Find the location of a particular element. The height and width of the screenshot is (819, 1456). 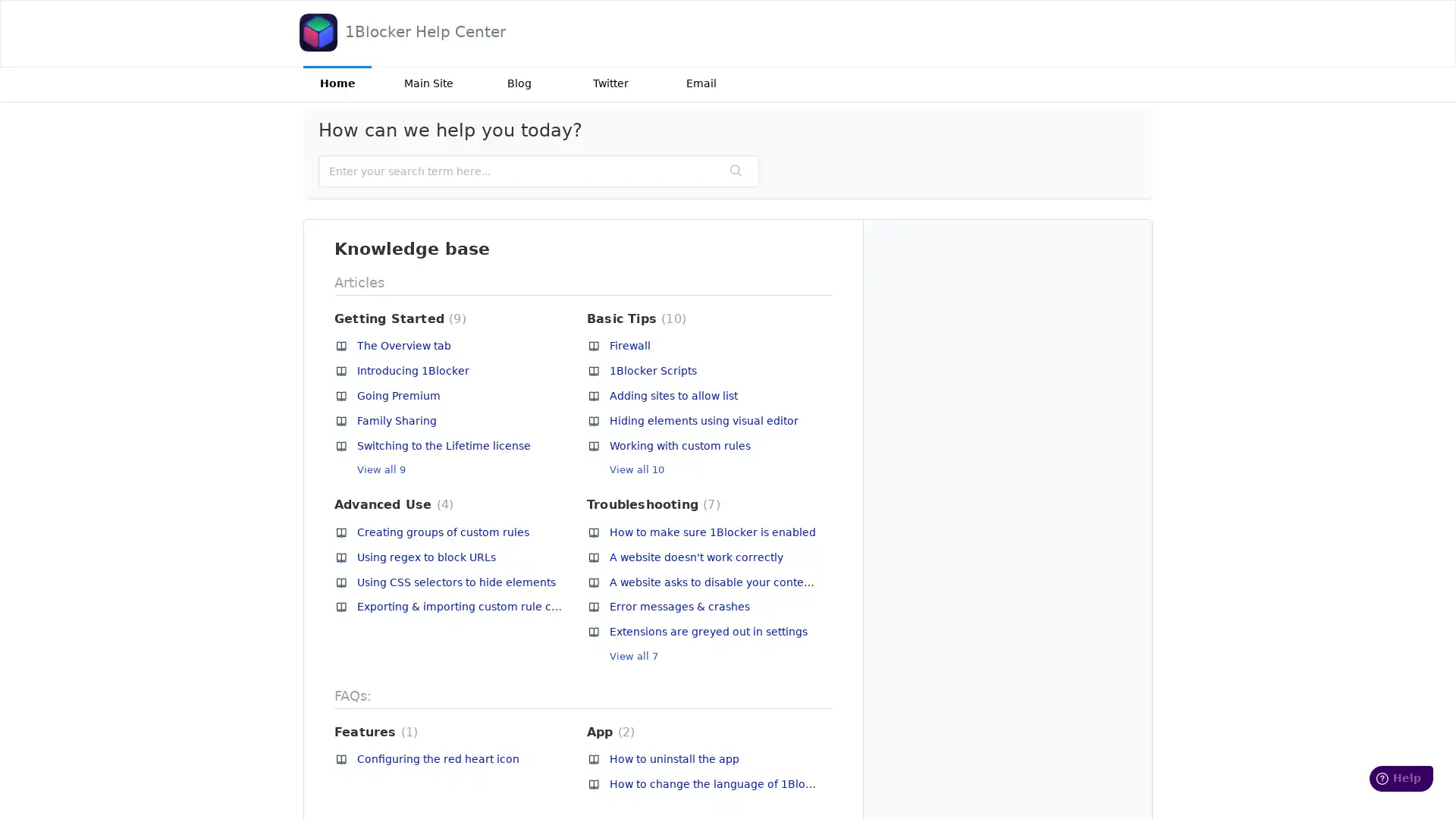

Search is located at coordinates (735, 171).